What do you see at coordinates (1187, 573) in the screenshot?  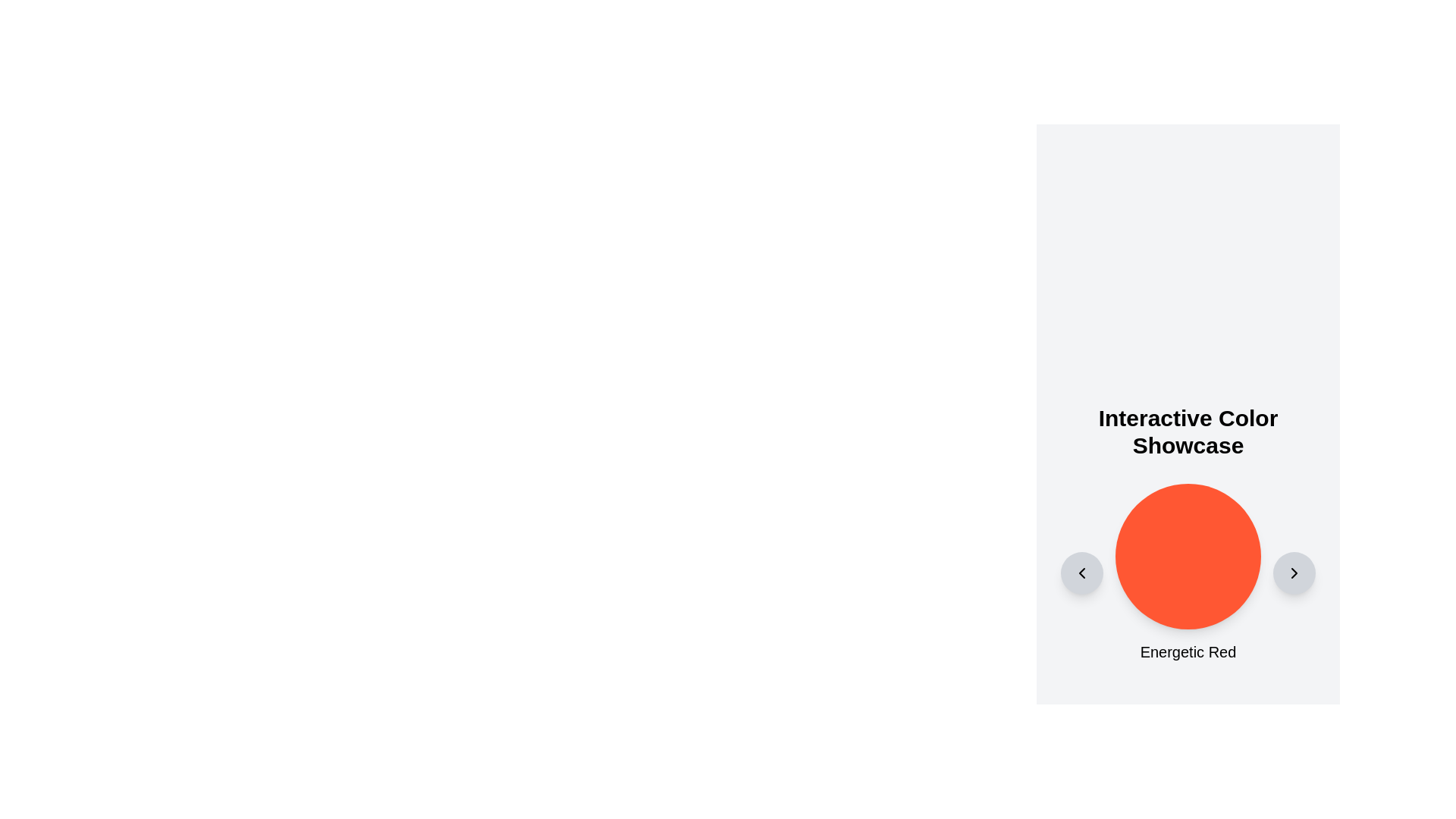 I see `the vibrant red circular component labeled 'Energetic Red'` at bounding box center [1187, 573].